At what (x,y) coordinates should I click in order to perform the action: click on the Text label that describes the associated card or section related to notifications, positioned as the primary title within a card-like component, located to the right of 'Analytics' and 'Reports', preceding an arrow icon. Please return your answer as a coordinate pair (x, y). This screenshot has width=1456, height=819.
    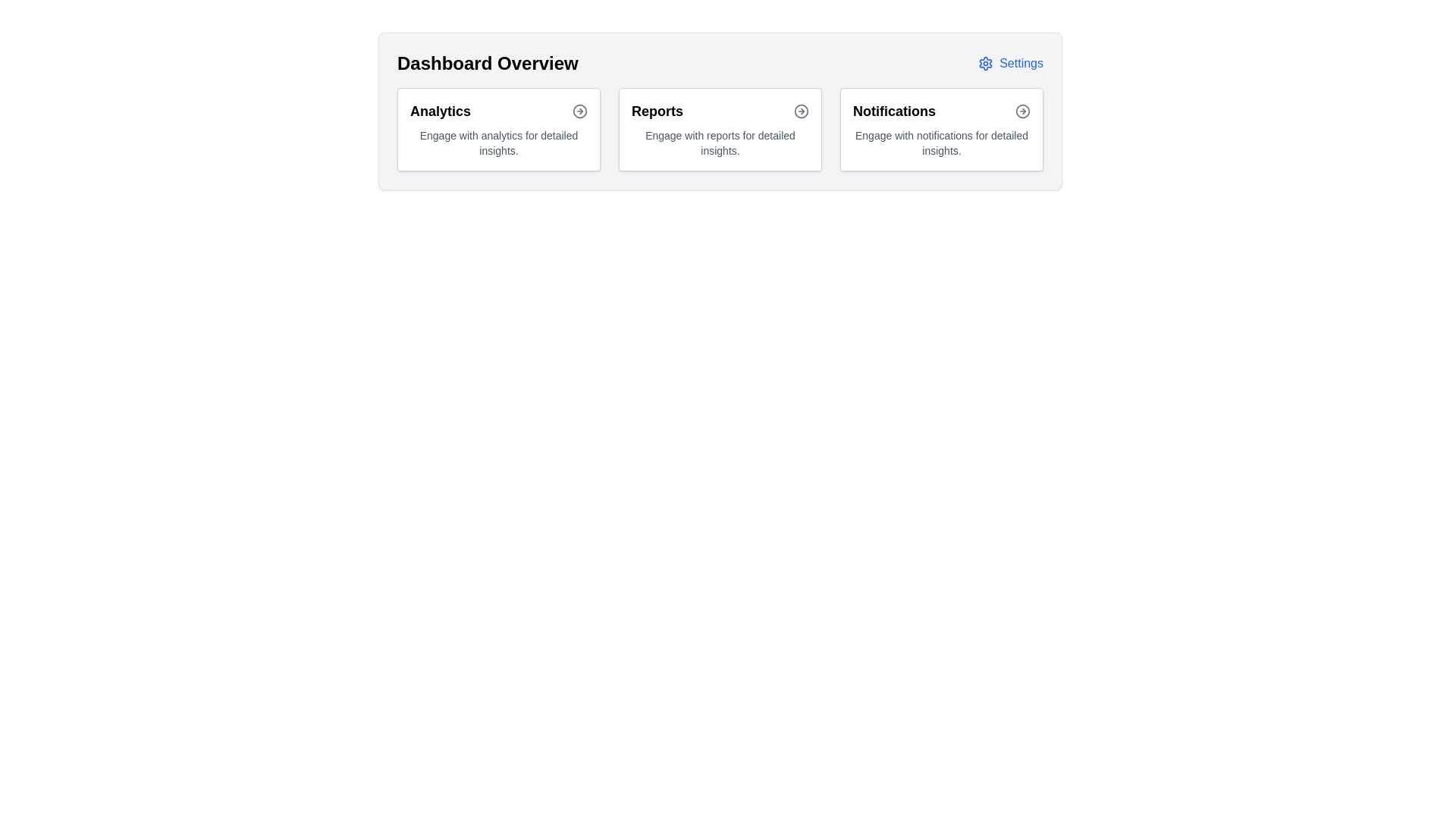
    Looking at the image, I should click on (894, 110).